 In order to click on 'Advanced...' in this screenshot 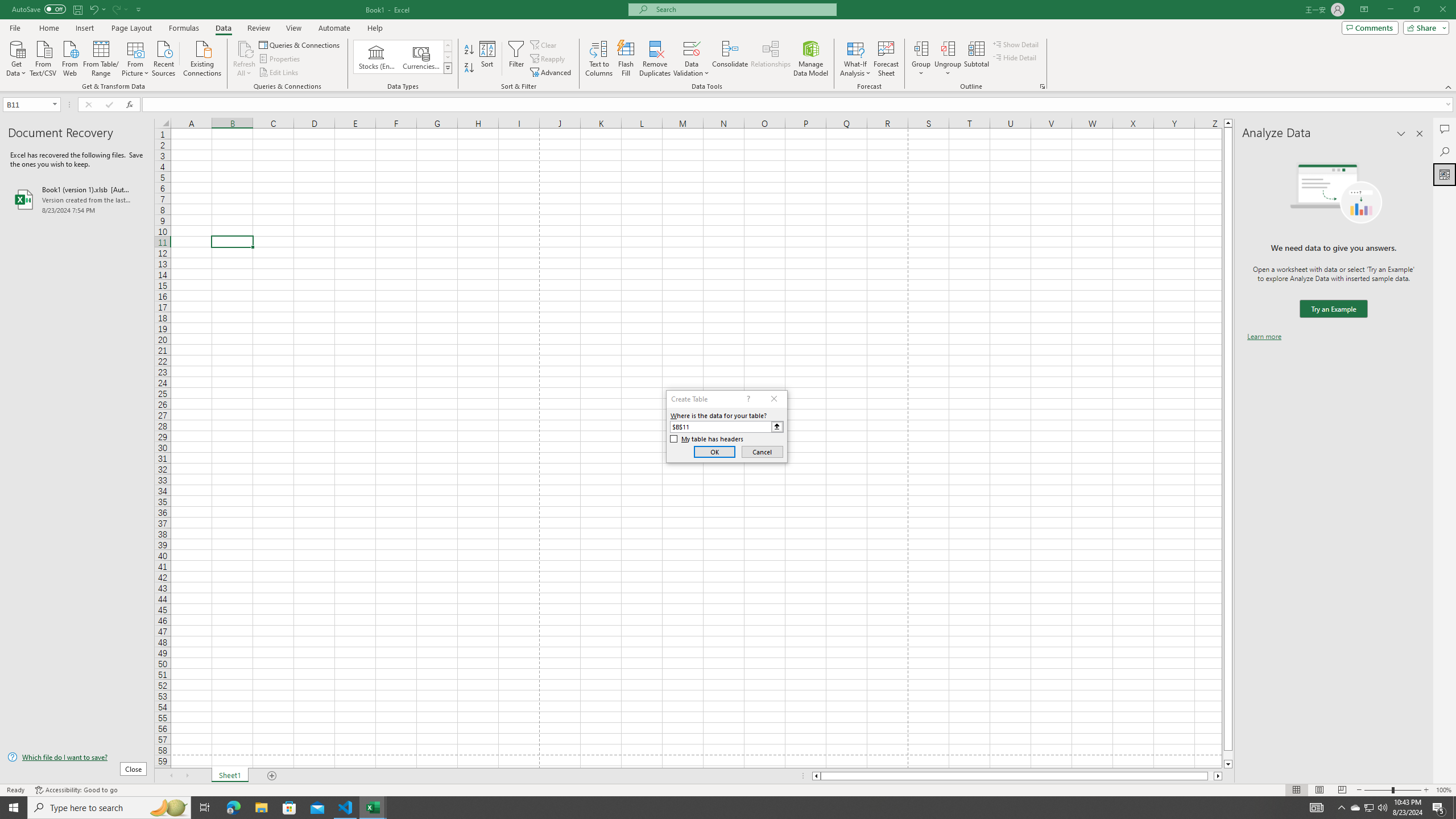, I will do `click(552, 72)`.